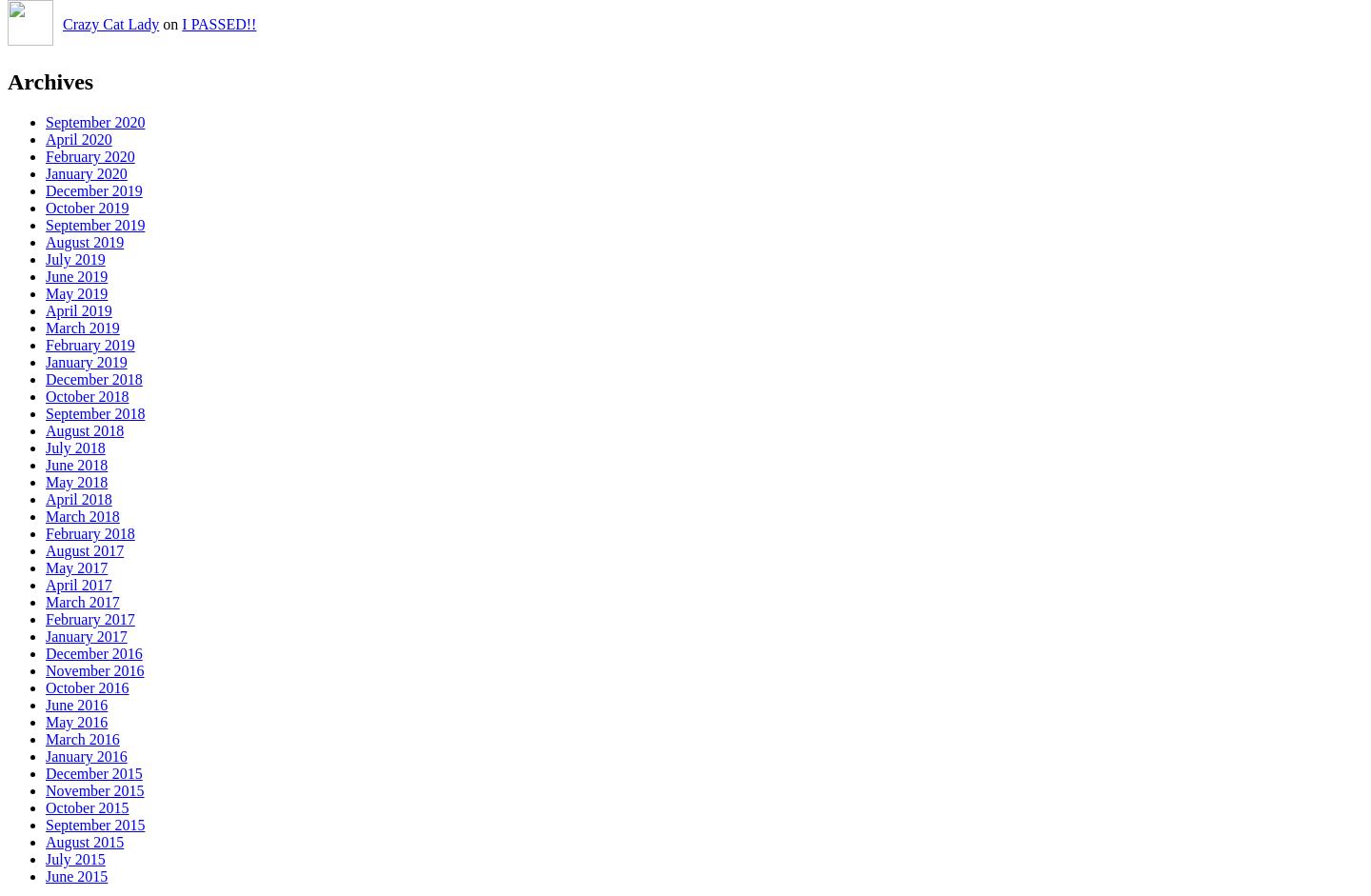  What do you see at coordinates (86, 756) in the screenshot?
I see `'January 2016'` at bounding box center [86, 756].